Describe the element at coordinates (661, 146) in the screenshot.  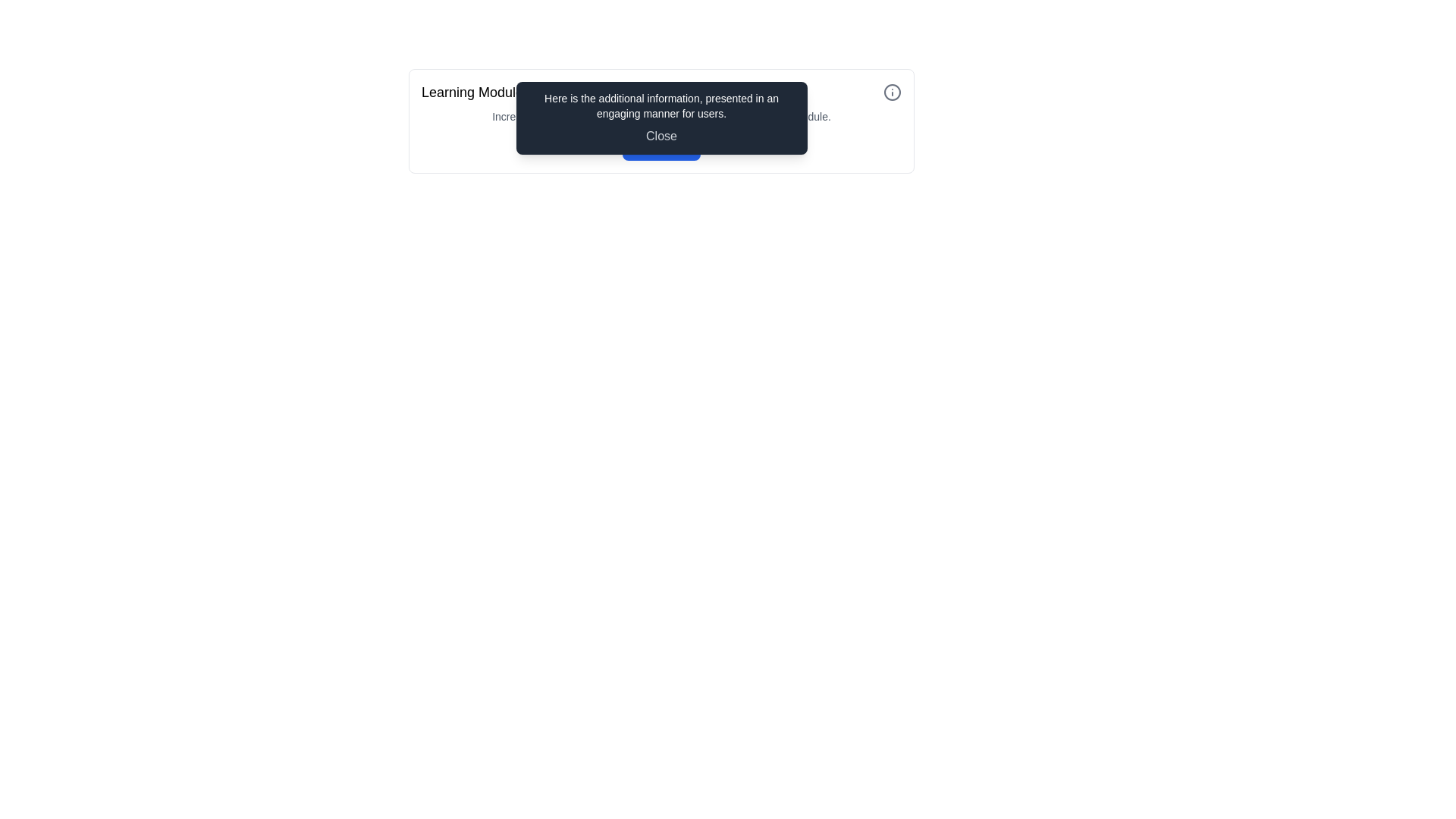
I see `the button located at the bottom of the card, below the text 'Increase your knowledge and skills through this comprehensive module.', to initiate an action` at that location.